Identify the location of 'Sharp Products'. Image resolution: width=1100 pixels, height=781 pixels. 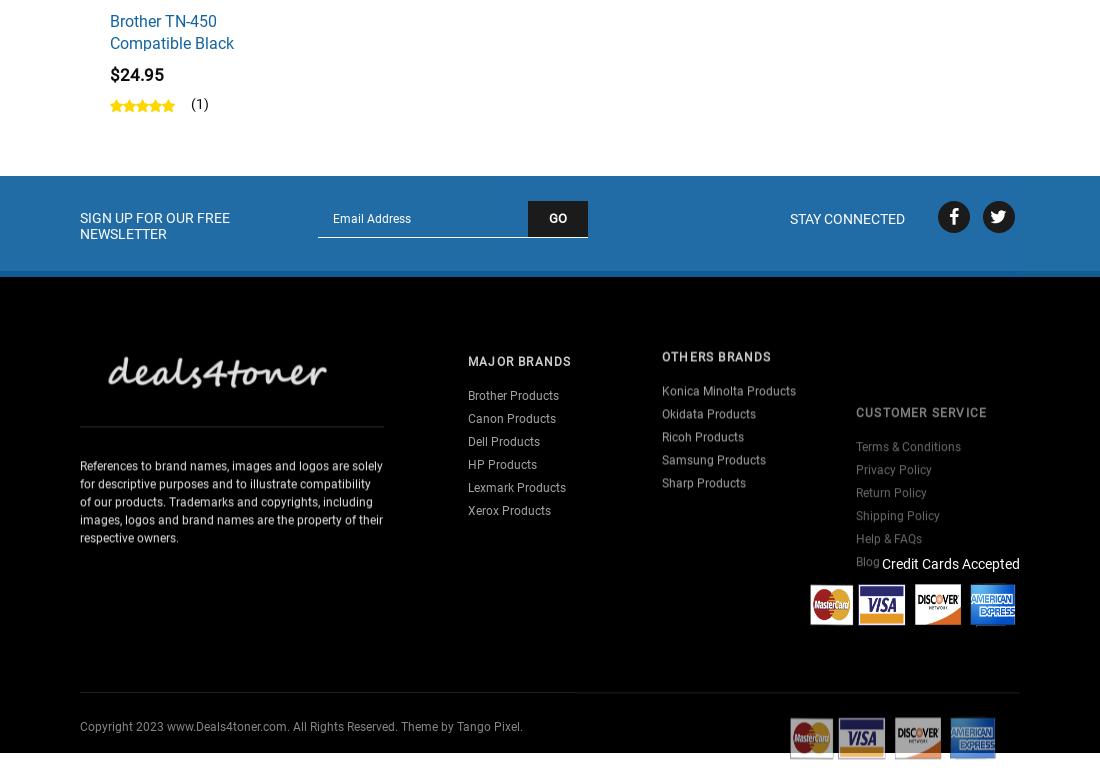
(703, 455).